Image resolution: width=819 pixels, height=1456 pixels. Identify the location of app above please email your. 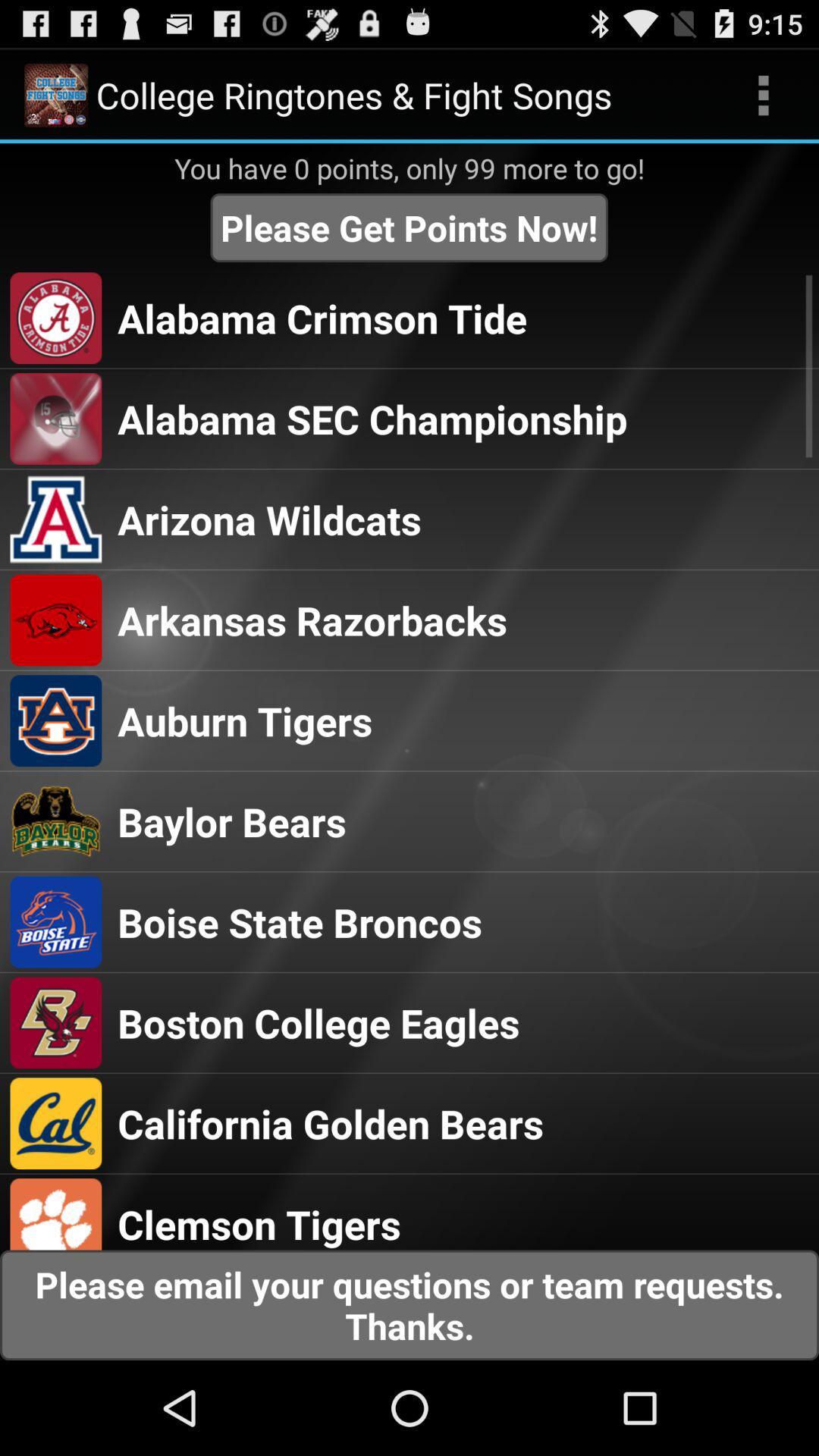
(259, 1223).